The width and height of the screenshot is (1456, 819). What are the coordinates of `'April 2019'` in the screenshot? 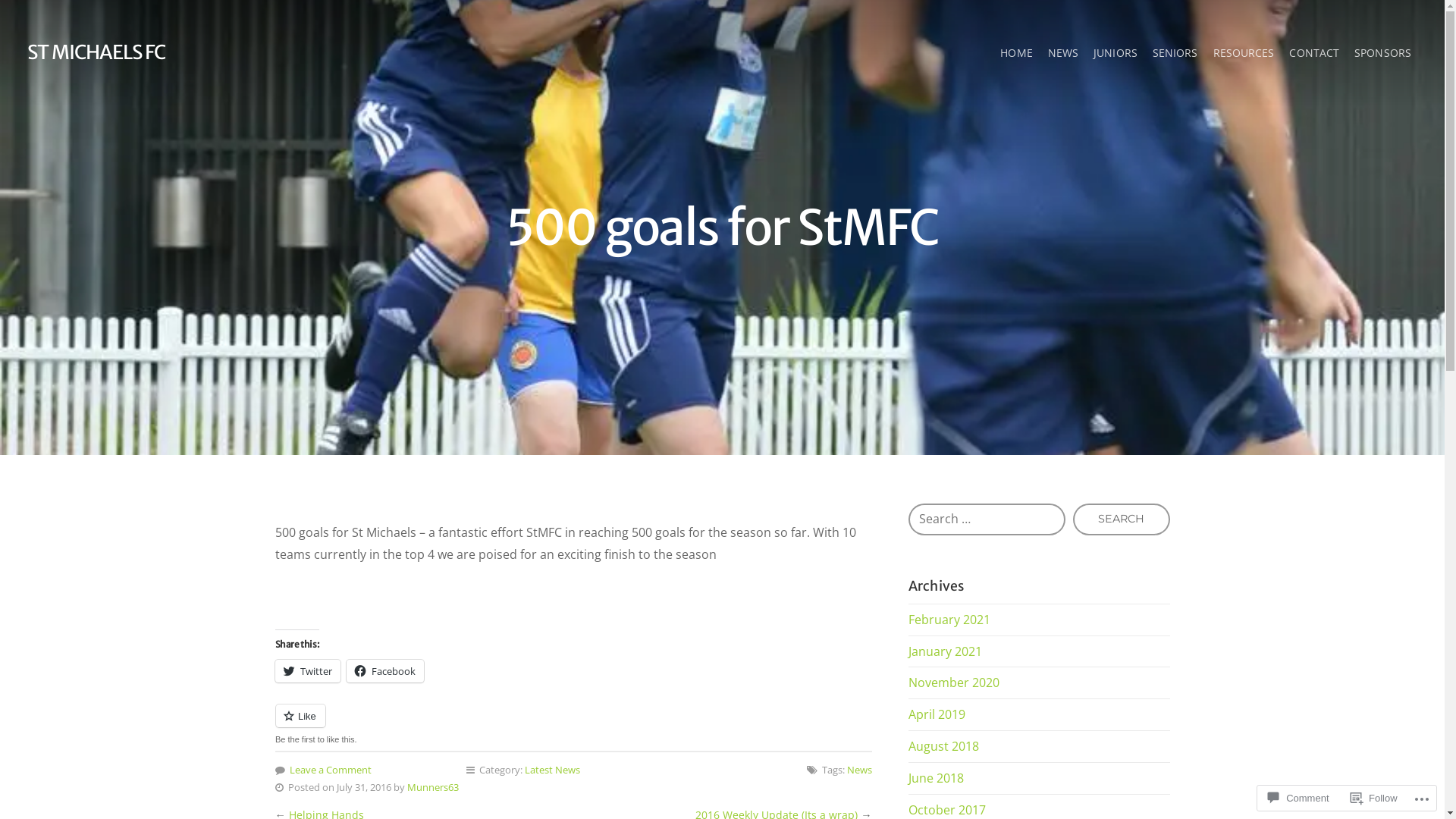 It's located at (936, 714).